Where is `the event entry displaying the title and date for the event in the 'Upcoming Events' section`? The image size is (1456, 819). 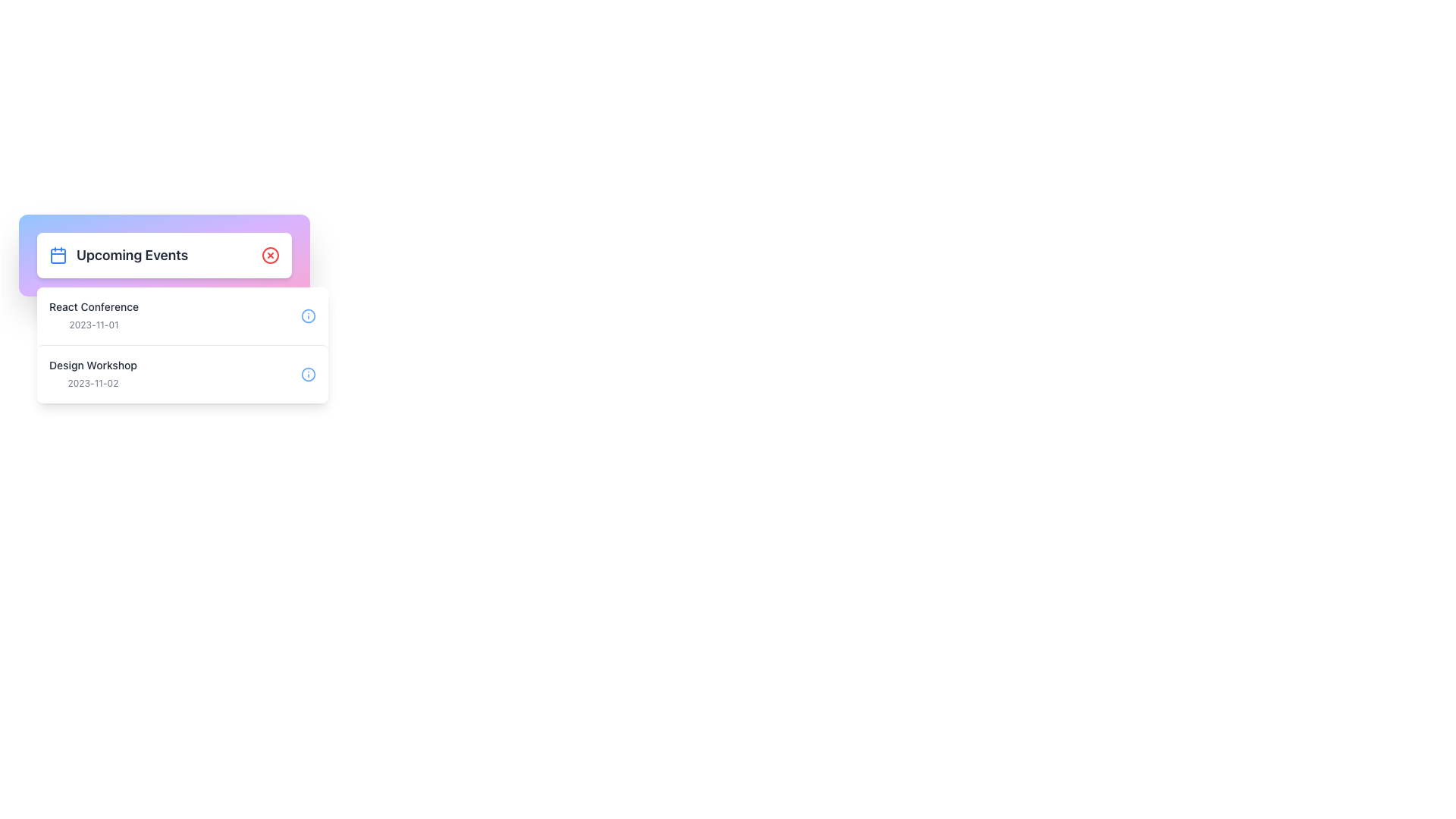
the event entry displaying the title and date for the event in the 'Upcoming Events' section is located at coordinates (93, 315).